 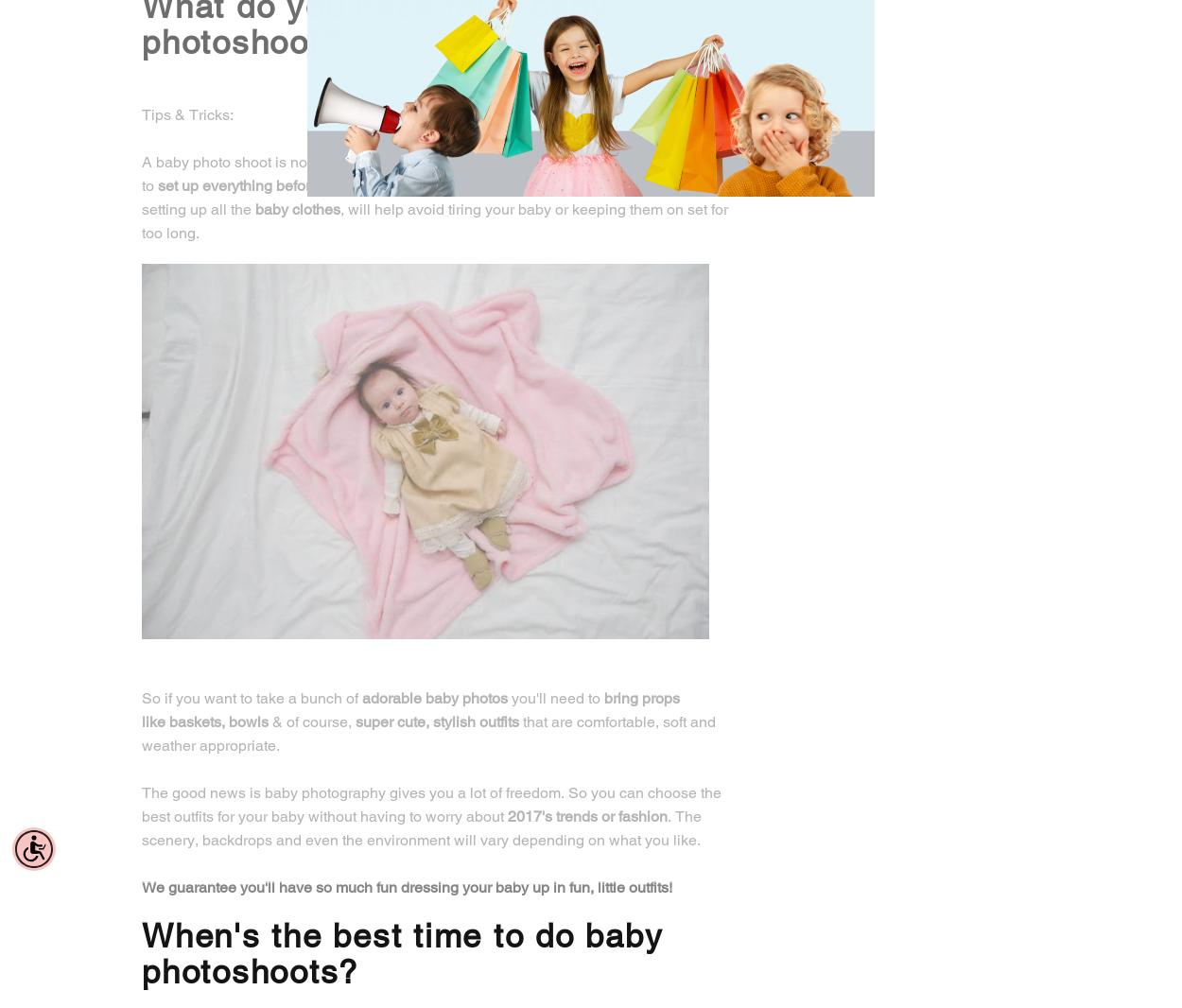 What do you see at coordinates (407, 887) in the screenshot?
I see `'We guarantee you'll have so much fun dressing your baby up in fun, little outfits!'` at bounding box center [407, 887].